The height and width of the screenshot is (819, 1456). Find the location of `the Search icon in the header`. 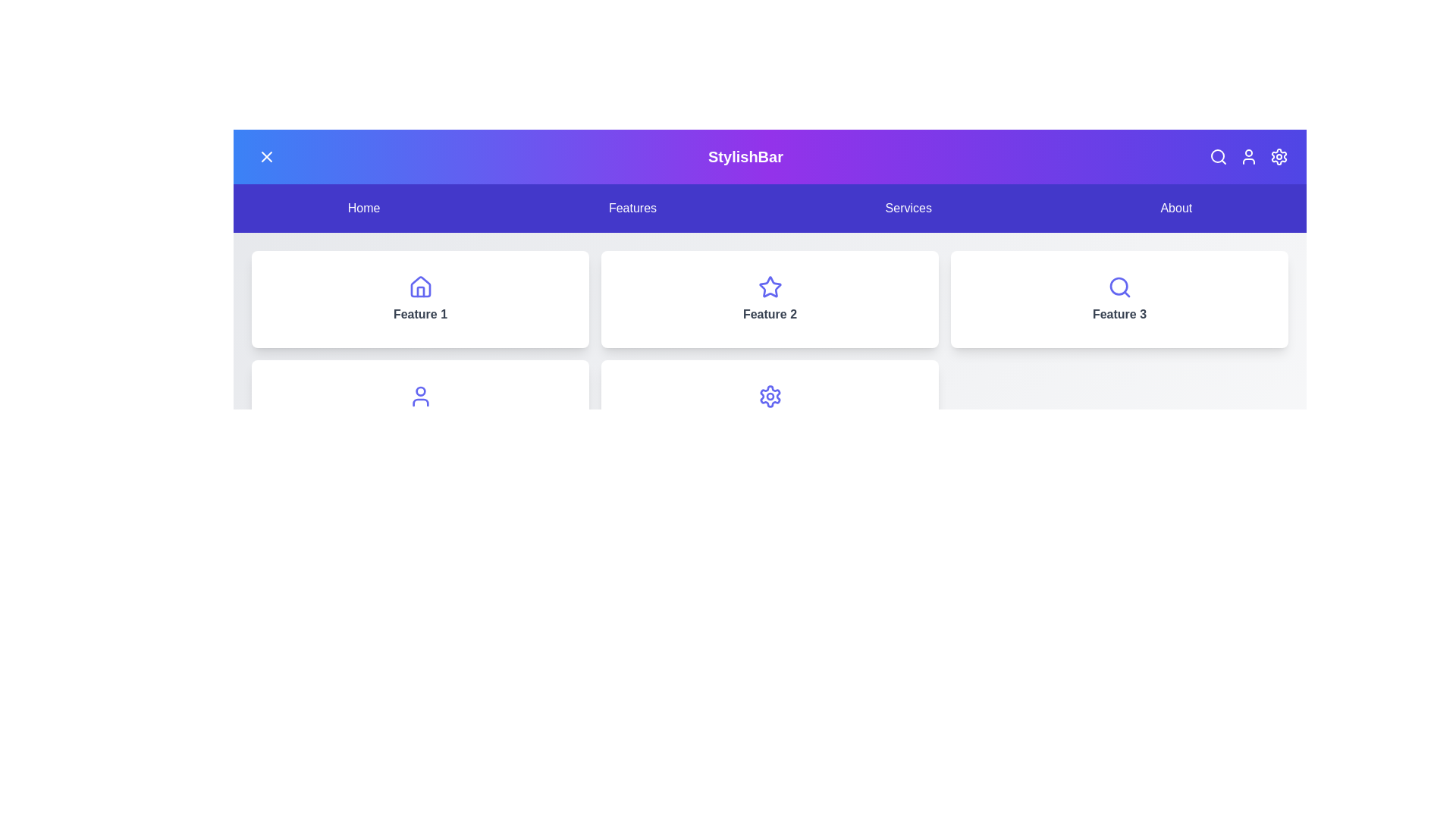

the Search icon in the header is located at coordinates (1219, 157).